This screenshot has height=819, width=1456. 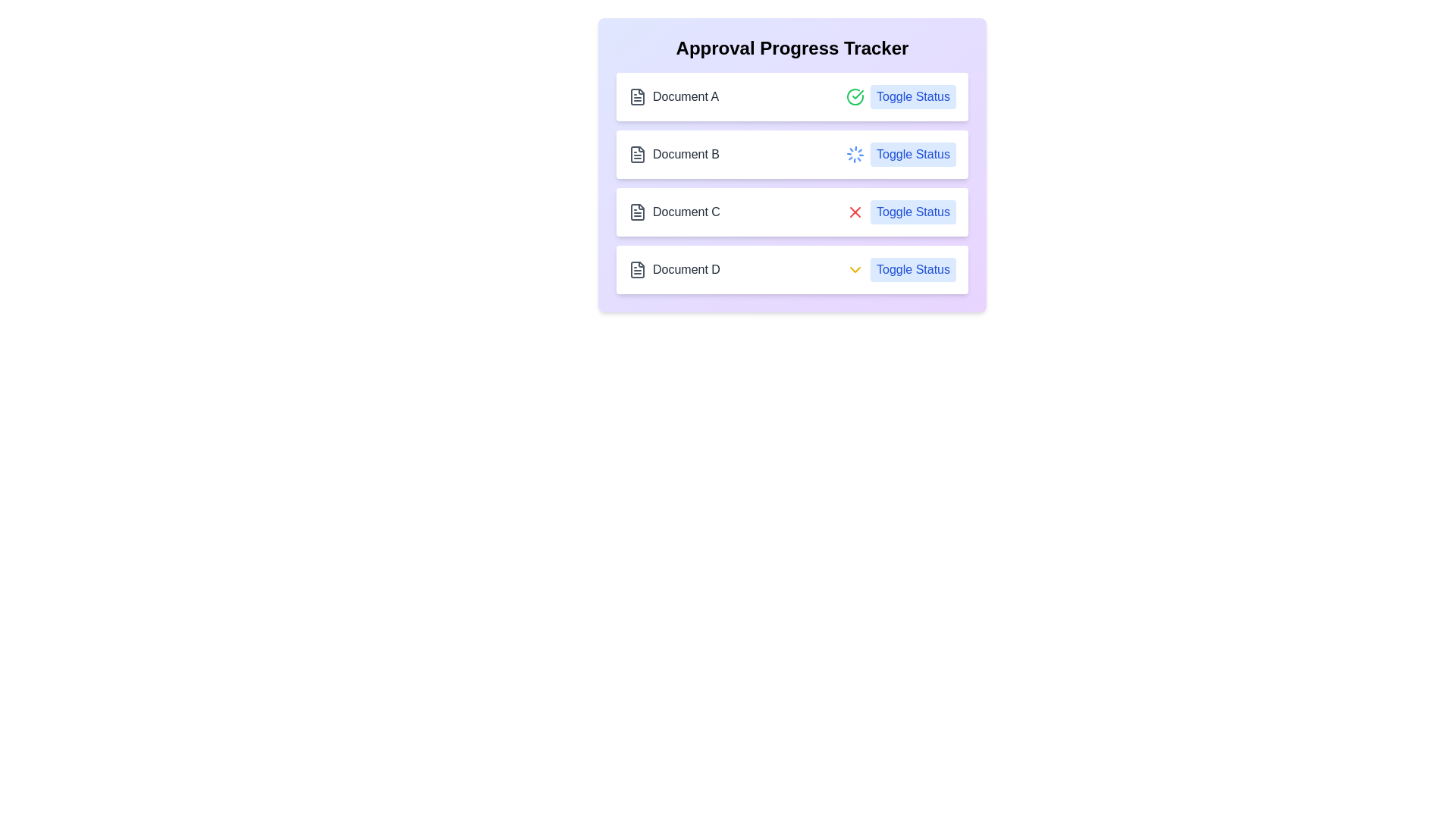 I want to click on the toggle button in the fourth row of the 'Approval Progress Tracker' panel, aligned with the 'Document D' label, so click(x=901, y=268).